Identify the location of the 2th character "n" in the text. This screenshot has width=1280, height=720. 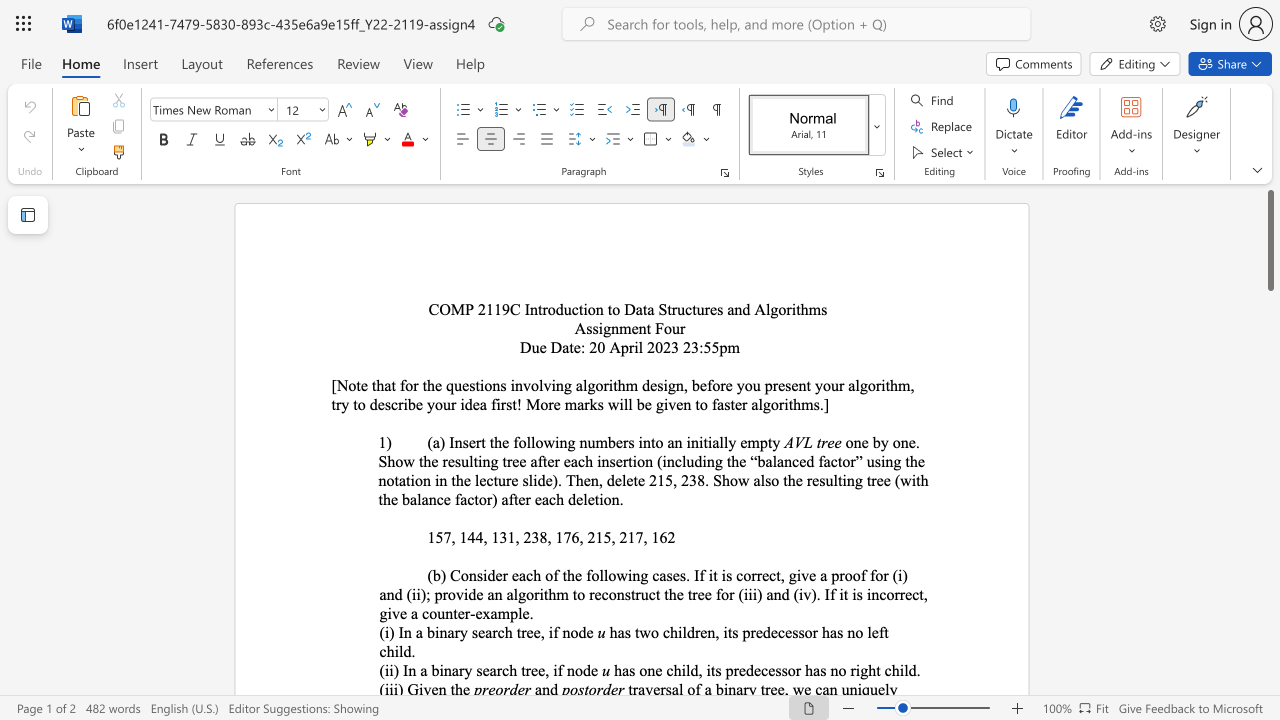
(446, 670).